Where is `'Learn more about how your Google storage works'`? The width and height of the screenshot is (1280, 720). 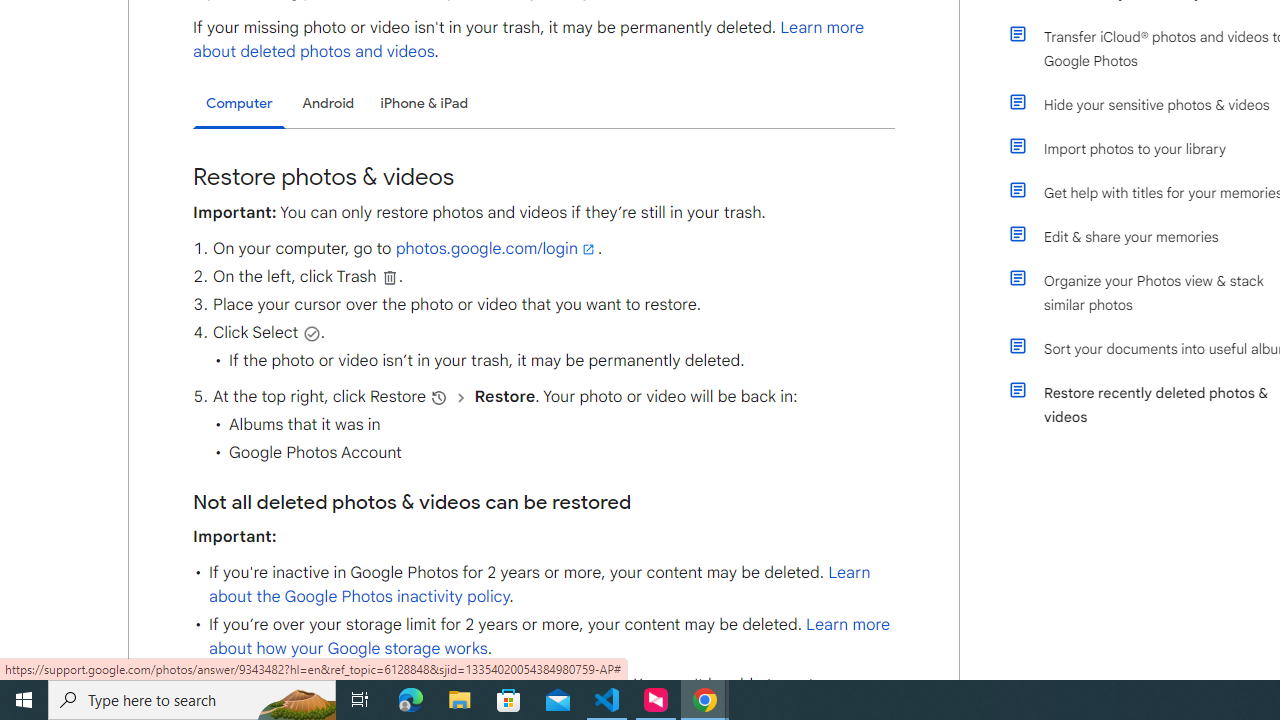
'Learn more about how your Google storage works' is located at coordinates (549, 636).